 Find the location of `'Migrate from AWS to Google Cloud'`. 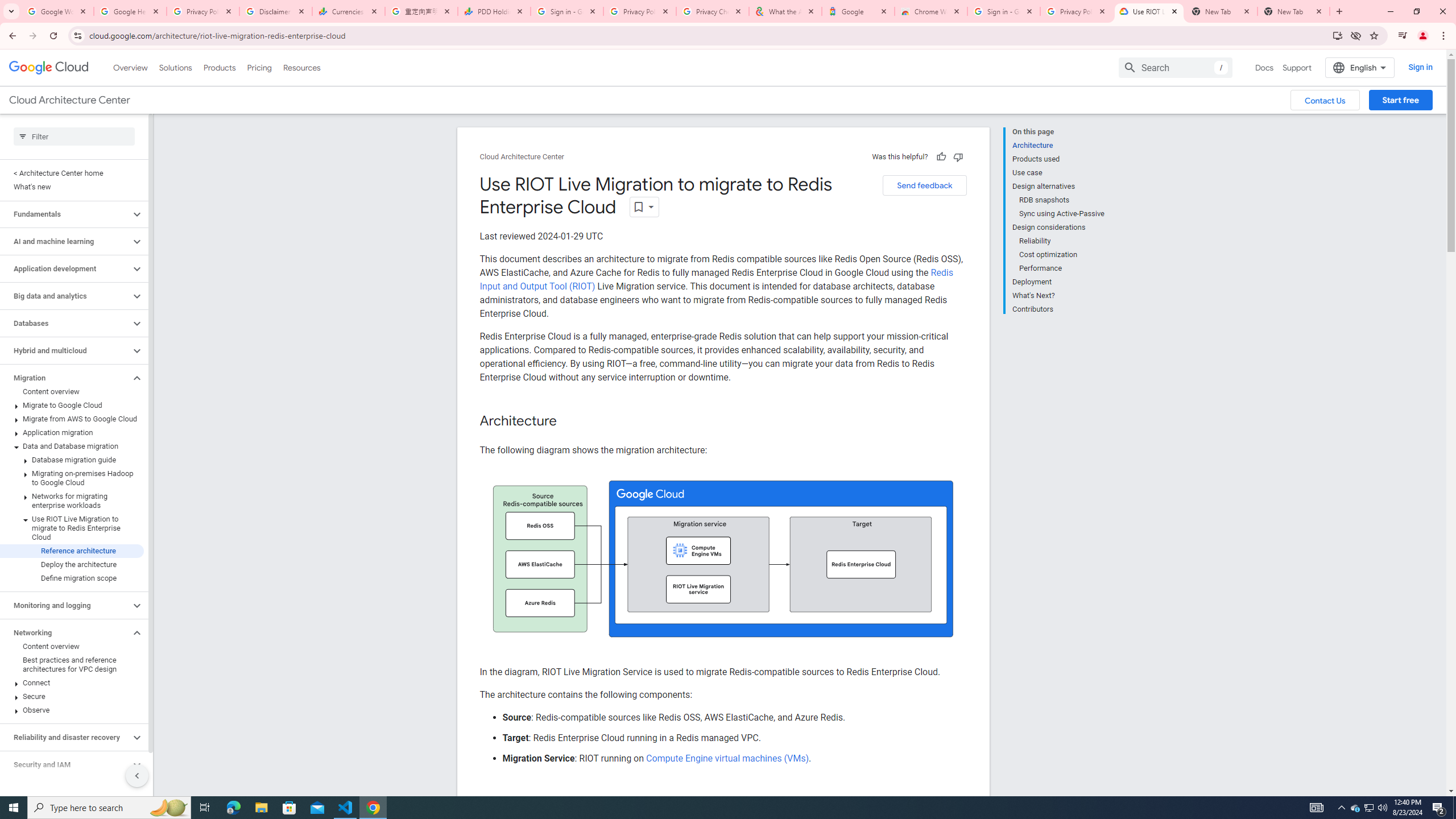

'Migrate from AWS to Google Cloud' is located at coordinates (72, 418).